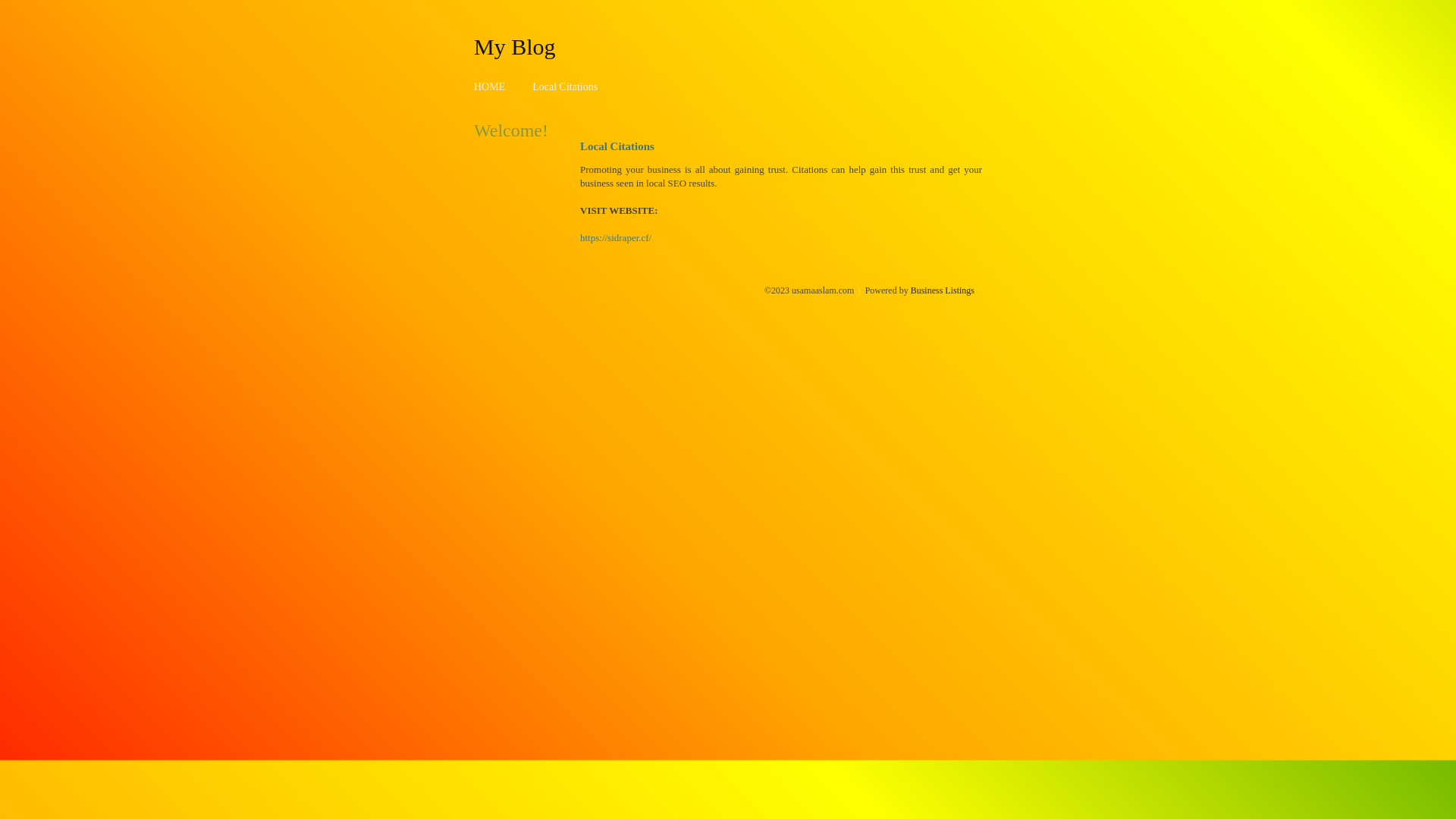 Image resolution: width=1456 pixels, height=819 pixels. I want to click on 'Business Listings', so click(942, 290).